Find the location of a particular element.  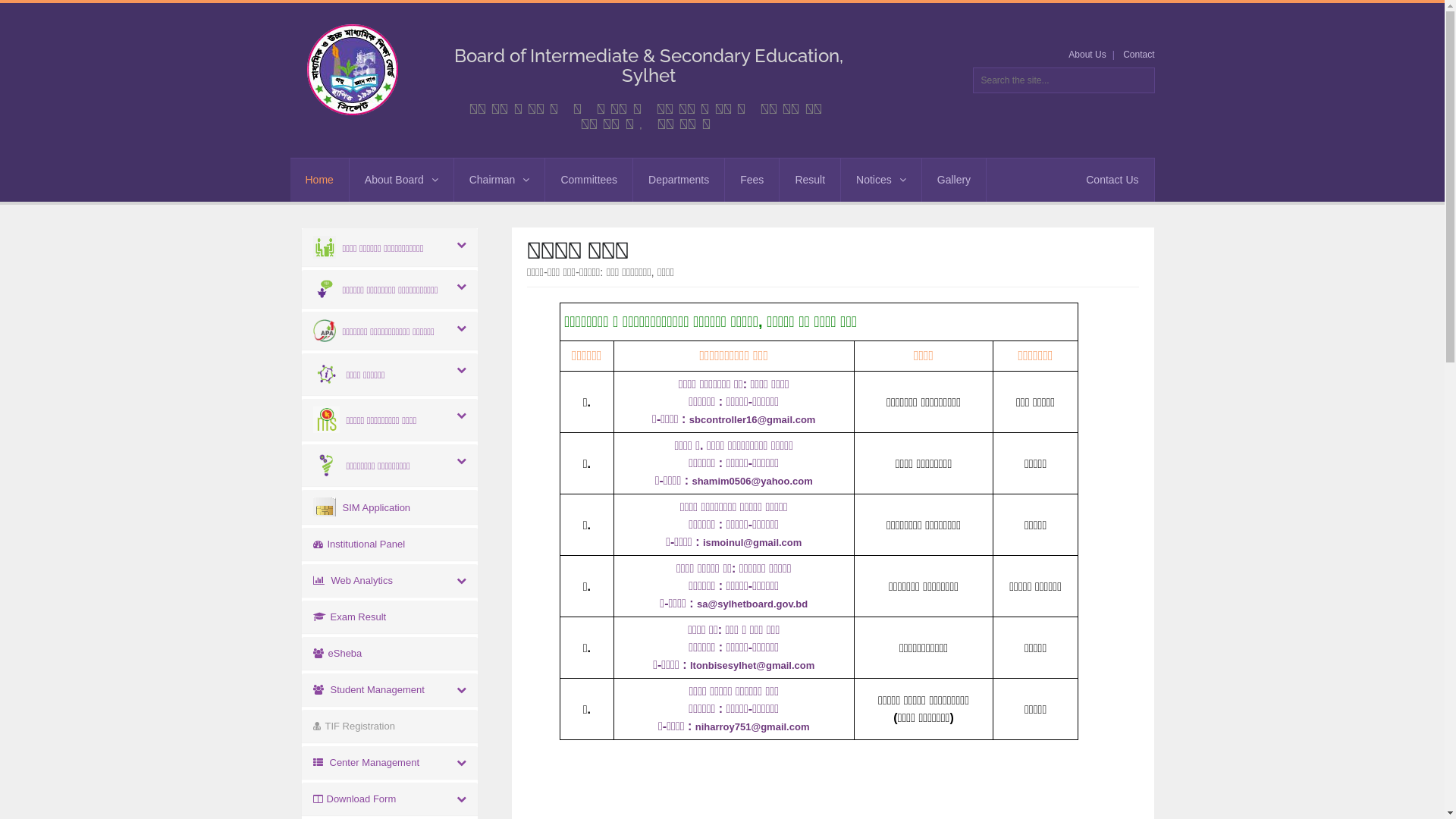

'Committees' is located at coordinates (545, 179).